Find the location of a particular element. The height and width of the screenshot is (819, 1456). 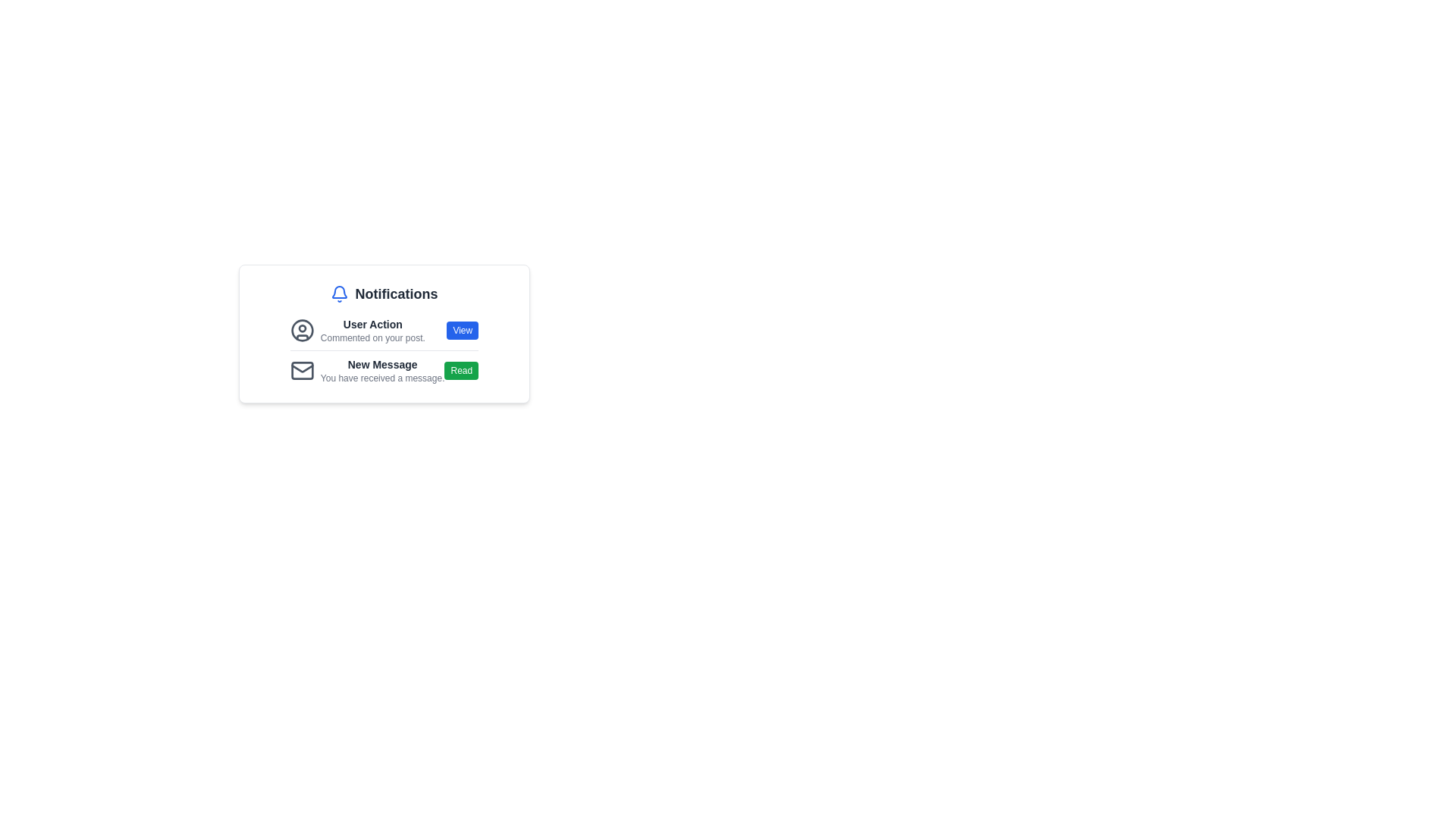

notification content in the first notification item below the 'Notifications' heading, which includes a message about a comment on a user's post and a 'View' button for navigation is located at coordinates (384, 329).